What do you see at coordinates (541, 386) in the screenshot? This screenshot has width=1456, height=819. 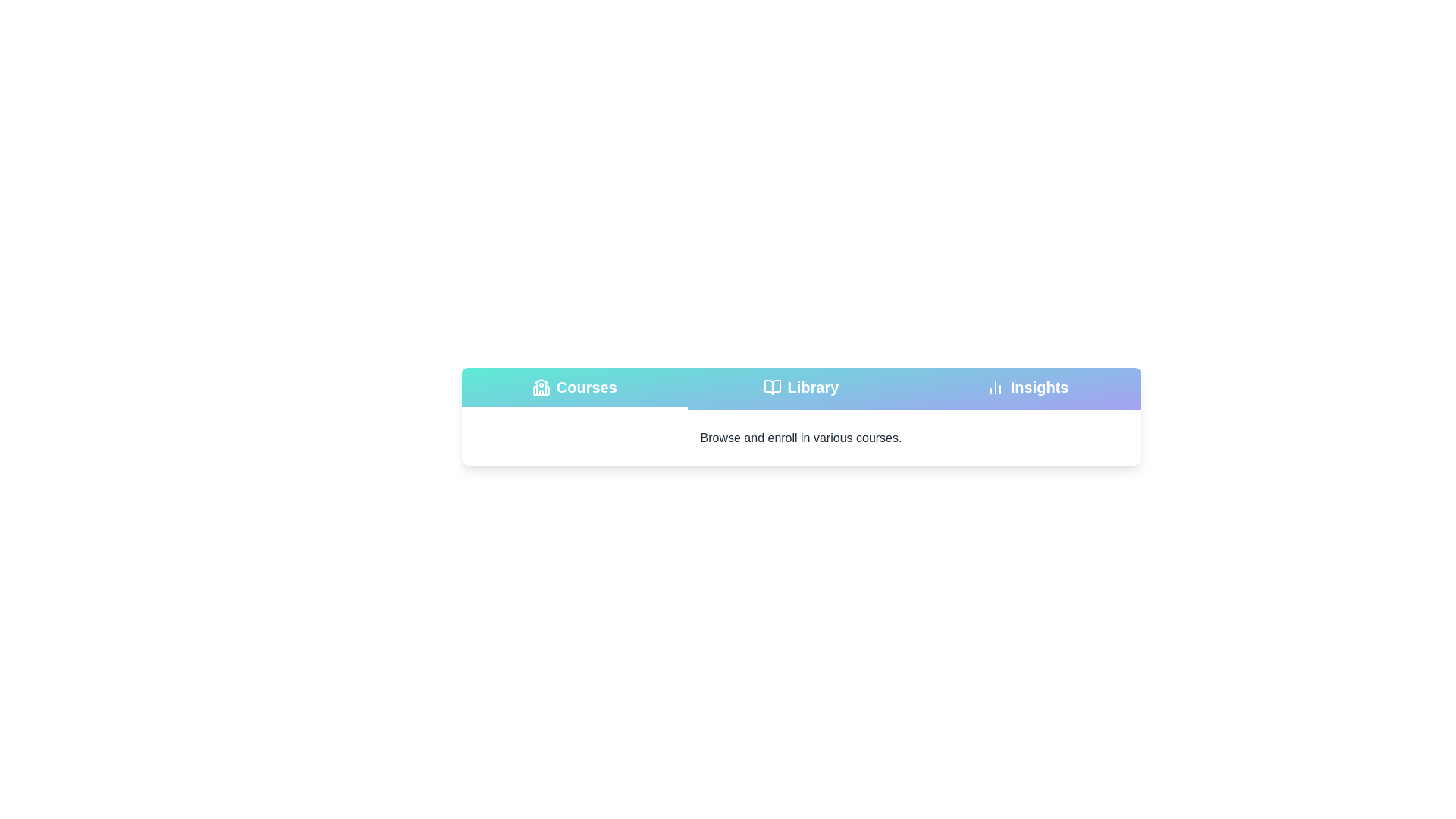 I see `the tab icon for Courses` at bounding box center [541, 386].